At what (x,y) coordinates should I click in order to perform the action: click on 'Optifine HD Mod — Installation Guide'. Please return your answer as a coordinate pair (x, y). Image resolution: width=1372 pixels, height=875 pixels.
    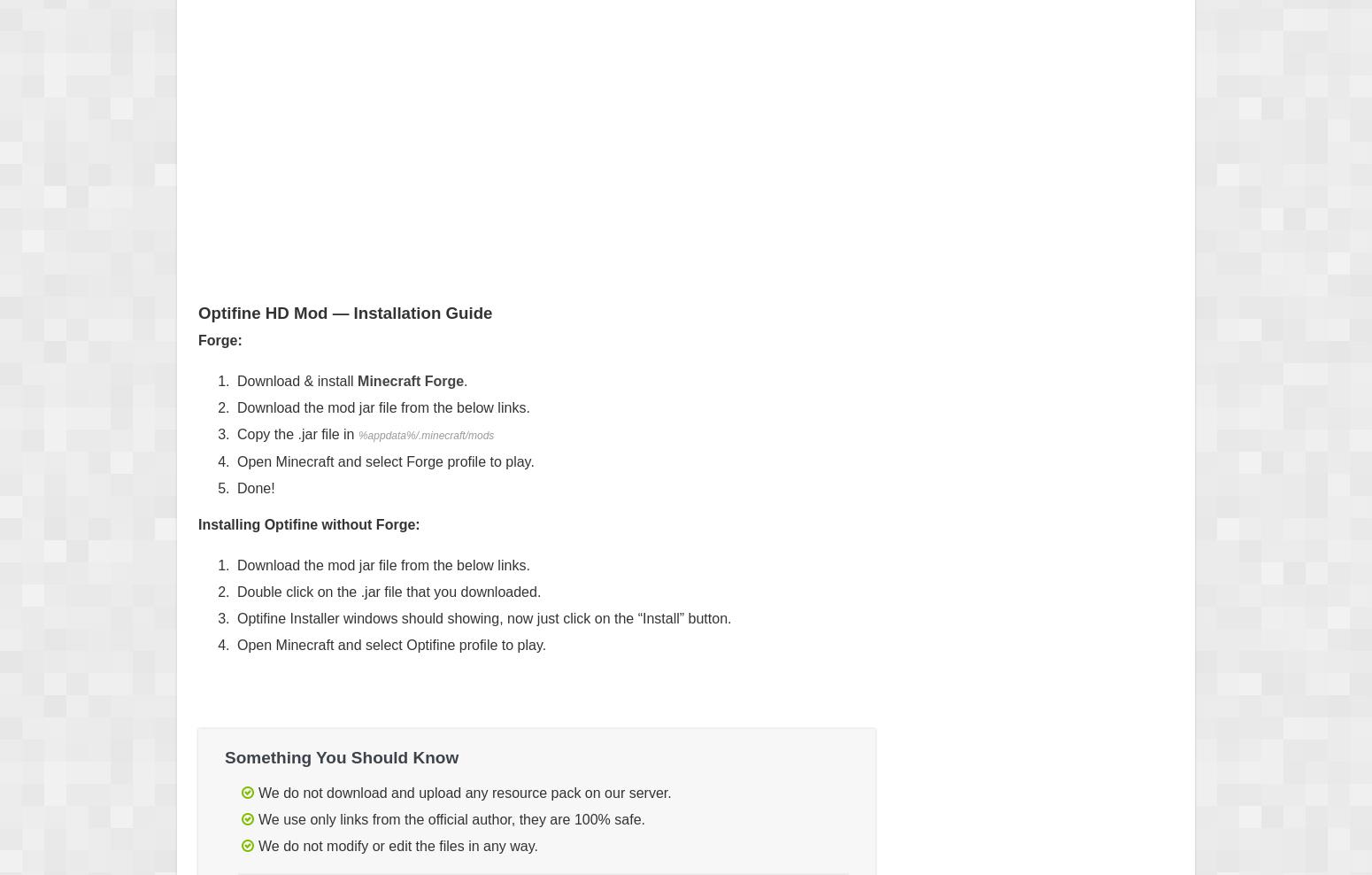
    Looking at the image, I should click on (344, 313).